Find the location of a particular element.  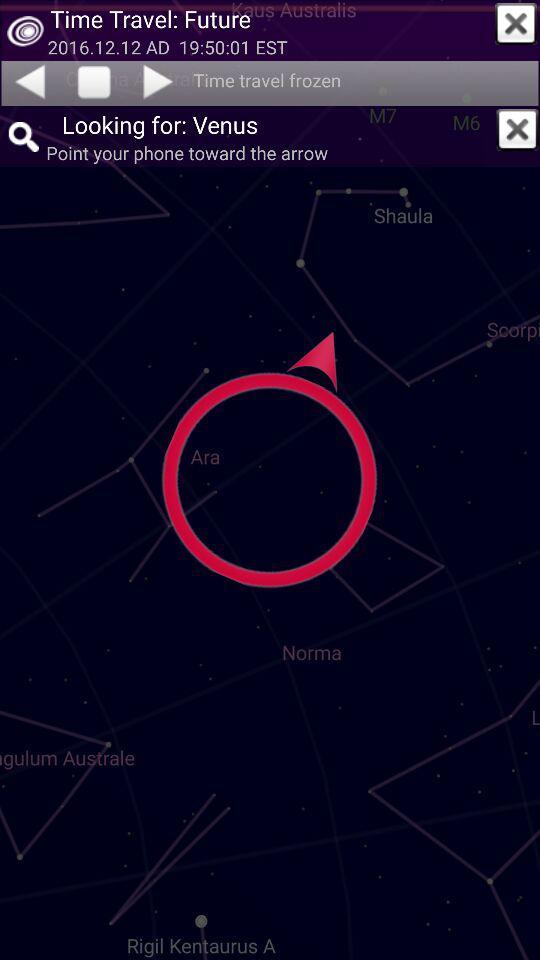

this window is located at coordinates (517, 128).